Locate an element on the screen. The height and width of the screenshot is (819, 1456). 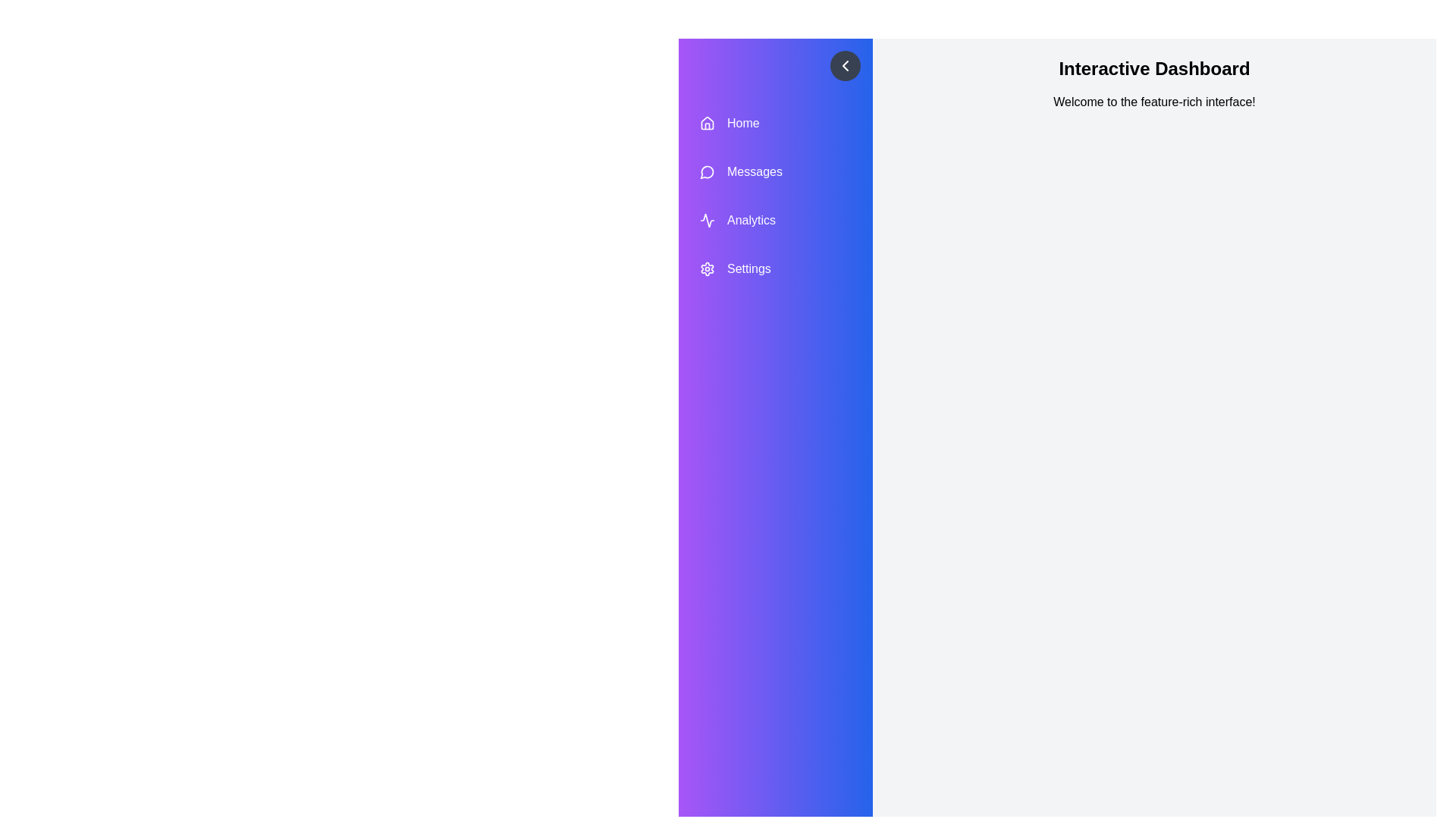
the menu item labeled Settings is located at coordinates (775, 268).